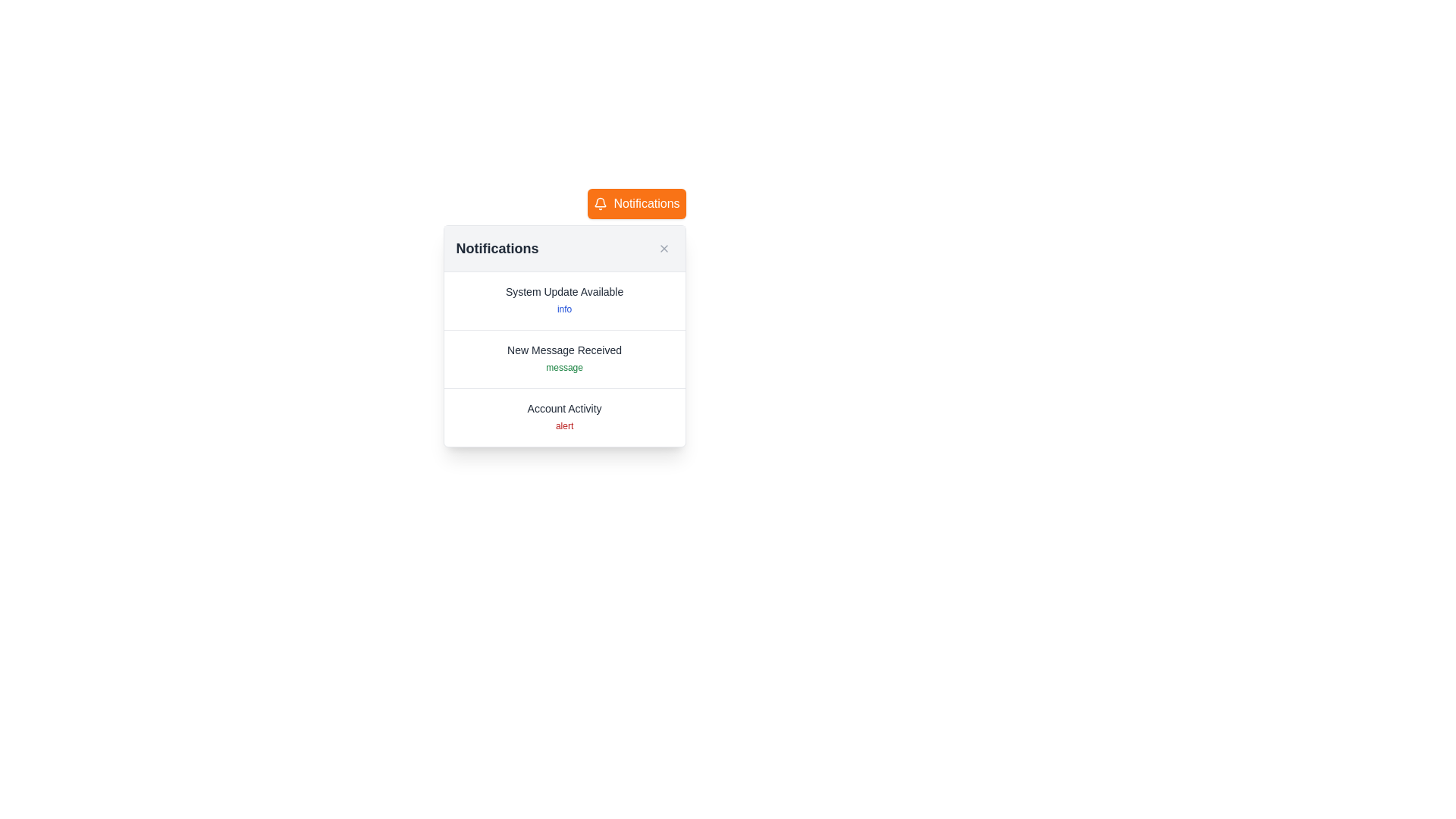 This screenshot has height=819, width=1456. I want to click on the text label that displays the title of the notification, positioned above the 'message' subtext and below the 'System Update Available' notification in the notification dialog, so click(563, 350).